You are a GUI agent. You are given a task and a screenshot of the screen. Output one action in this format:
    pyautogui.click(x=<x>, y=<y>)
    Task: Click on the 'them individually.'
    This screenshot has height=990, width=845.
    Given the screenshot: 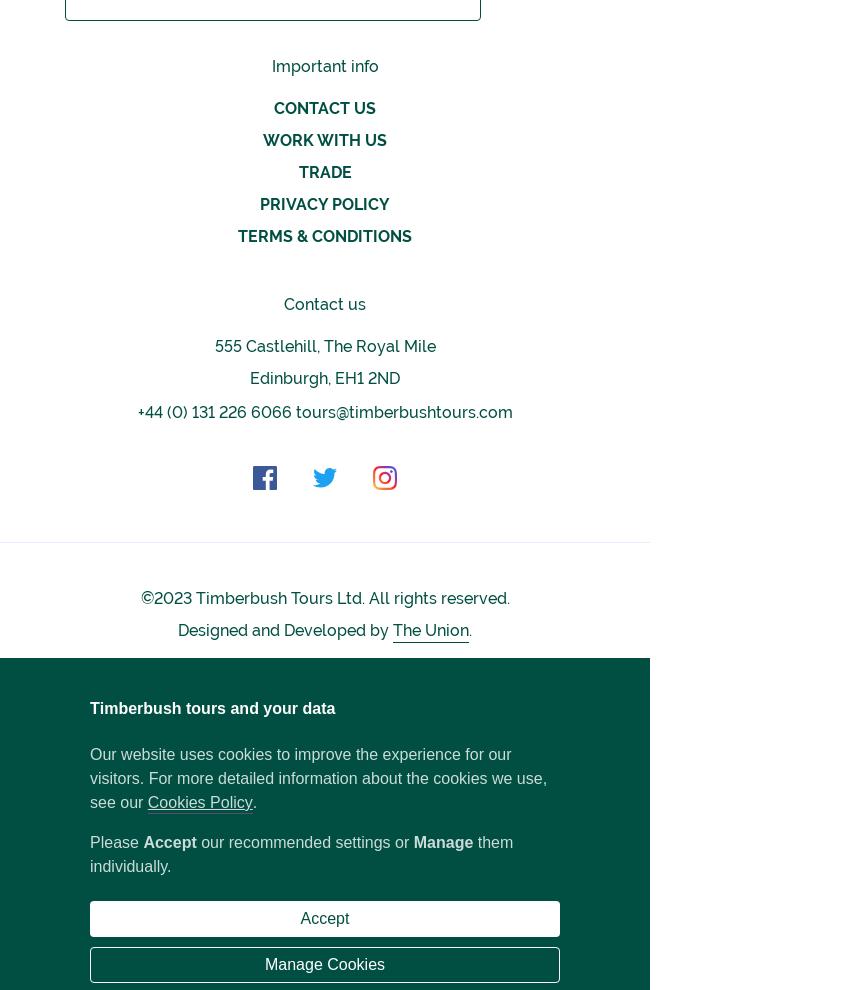 What is the action you would take?
    pyautogui.click(x=301, y=854)
    